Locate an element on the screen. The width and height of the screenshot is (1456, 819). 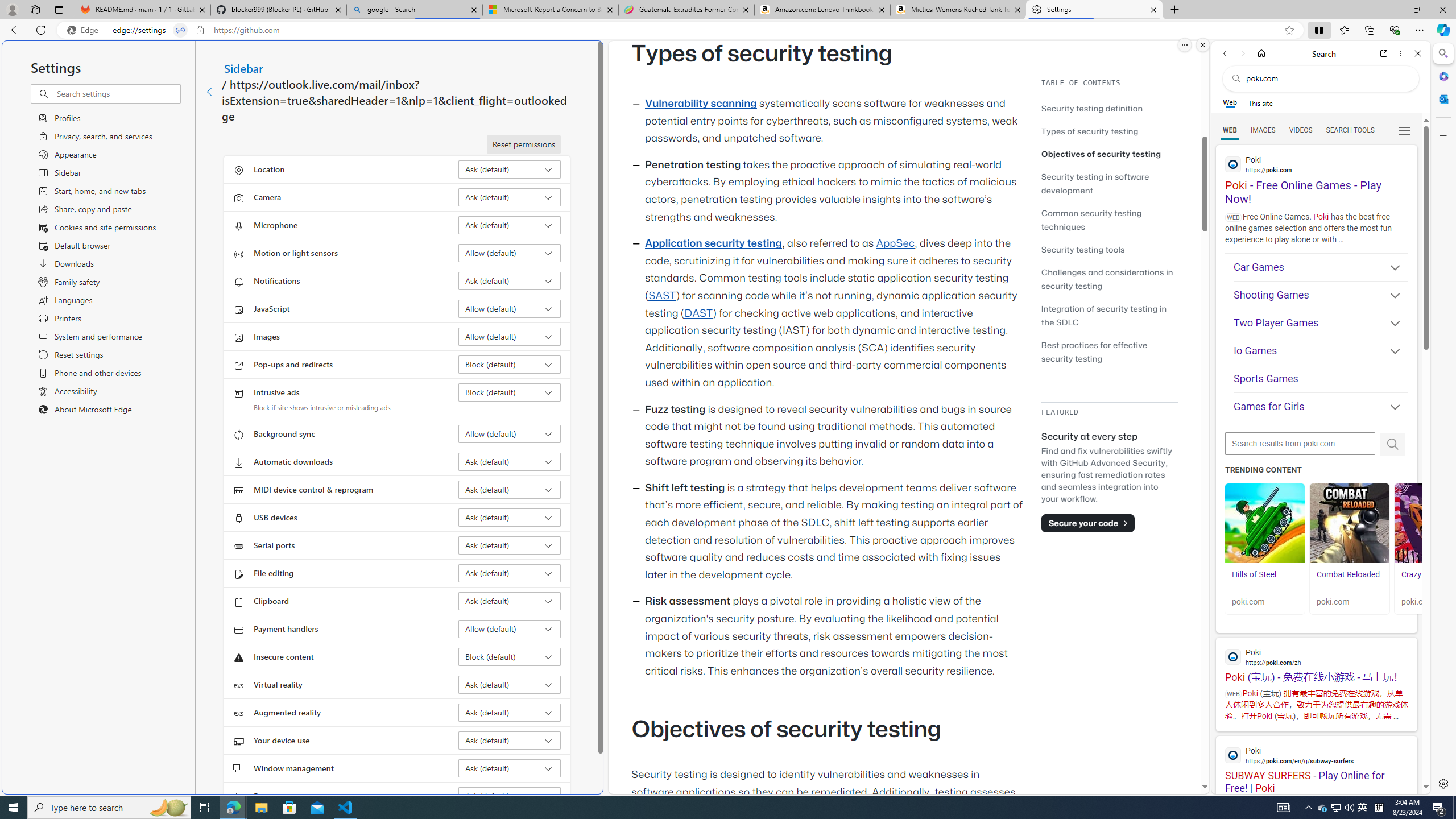
'Security testing definition' is located at coordinates (1108, 107).